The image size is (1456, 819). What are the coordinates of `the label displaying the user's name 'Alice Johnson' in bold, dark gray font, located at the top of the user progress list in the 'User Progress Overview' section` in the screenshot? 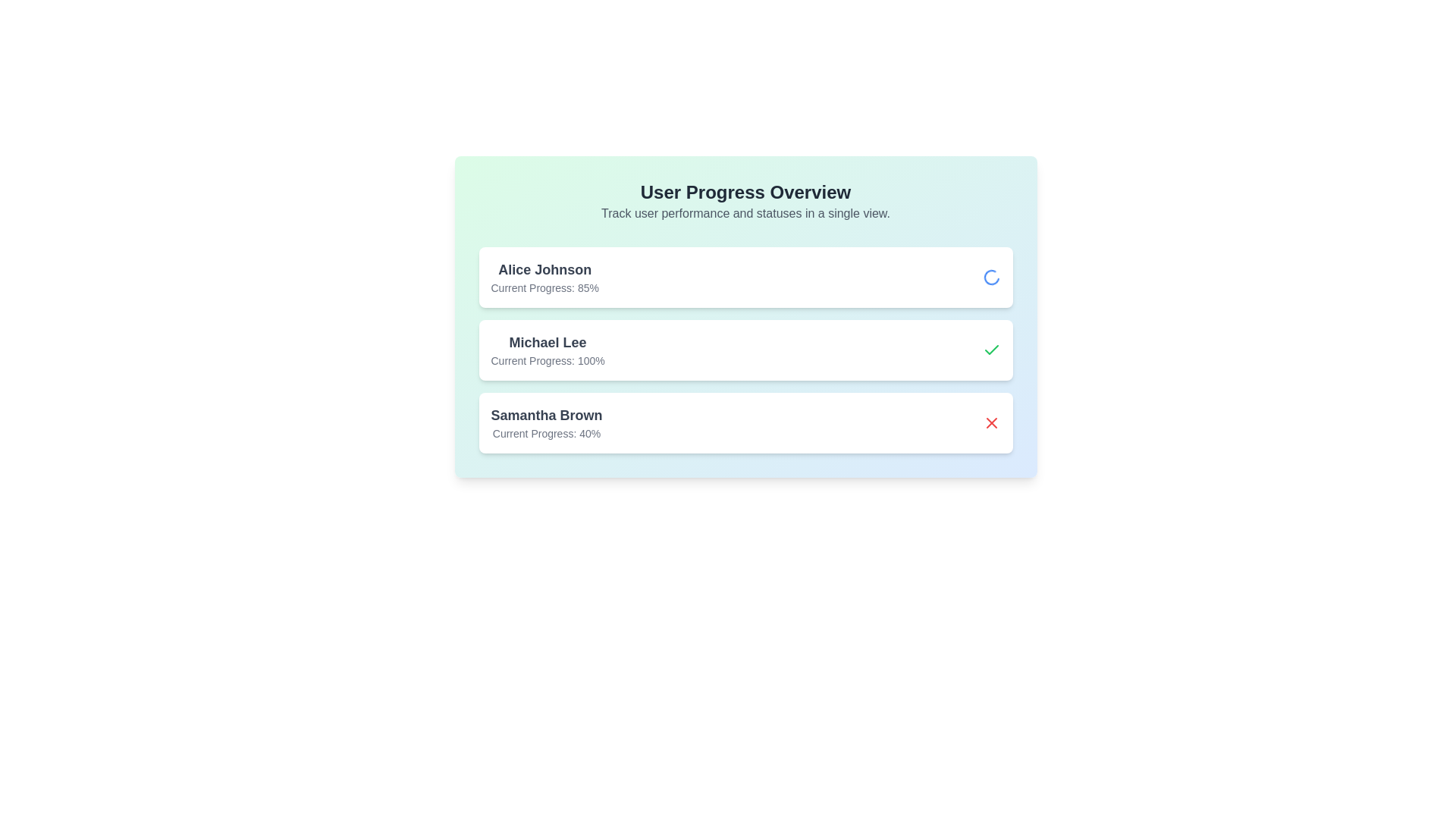 It's located at (544, 268).